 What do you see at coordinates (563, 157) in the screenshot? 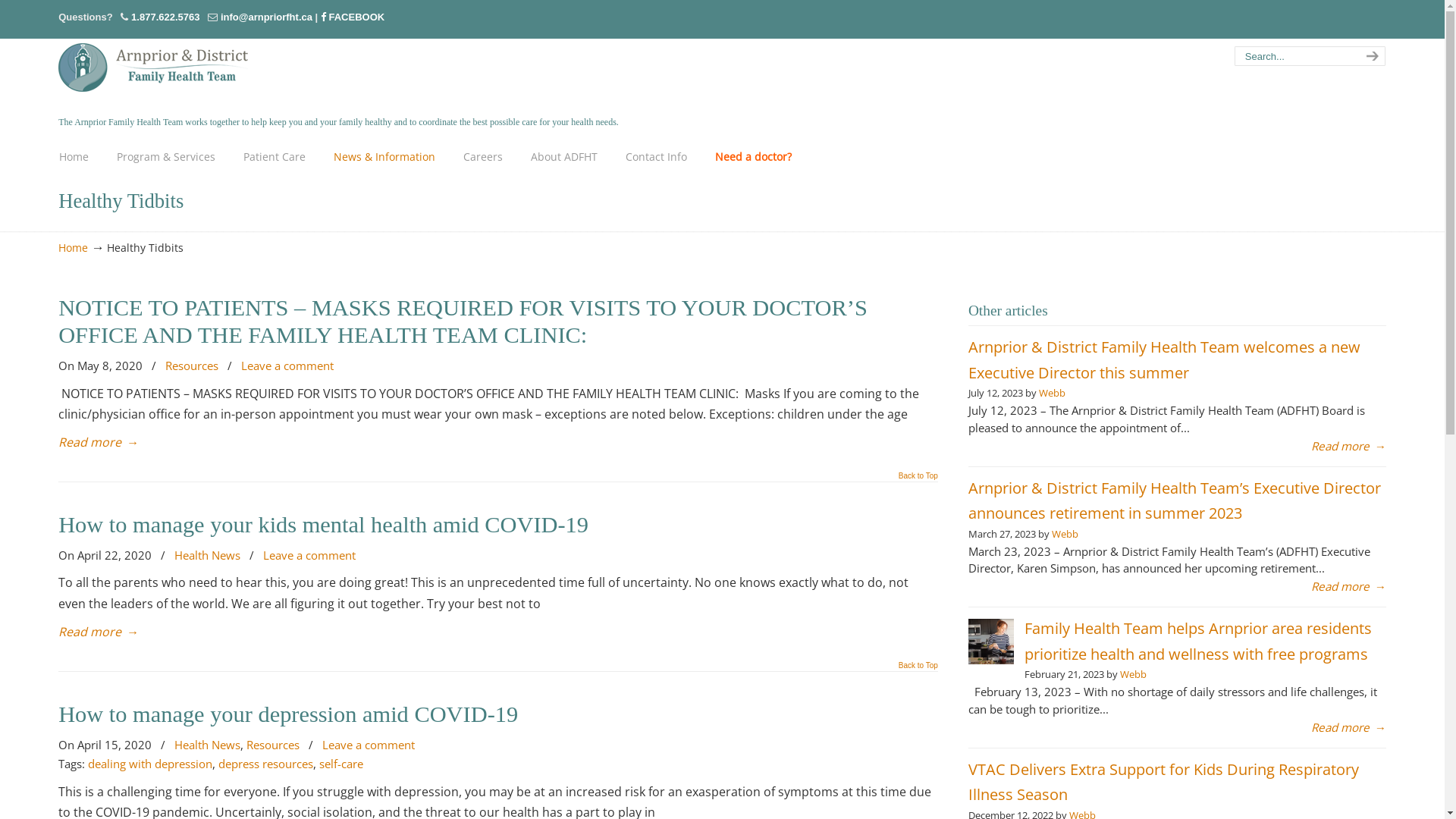
I see `'About ADFHT'` at bounding box center [563, 157].